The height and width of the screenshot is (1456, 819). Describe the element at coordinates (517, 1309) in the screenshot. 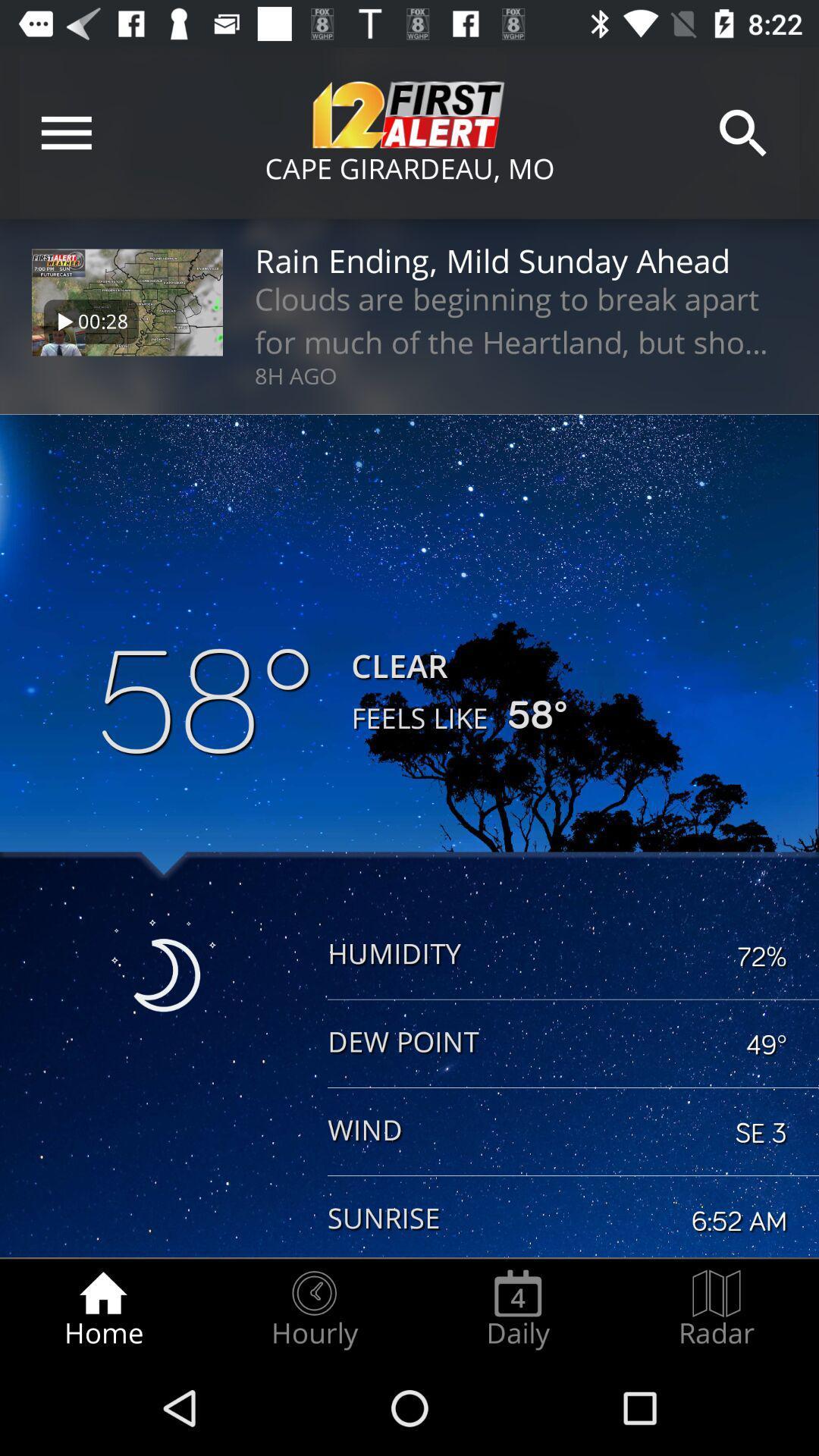

I see `item to the right of hourly item` at that location.